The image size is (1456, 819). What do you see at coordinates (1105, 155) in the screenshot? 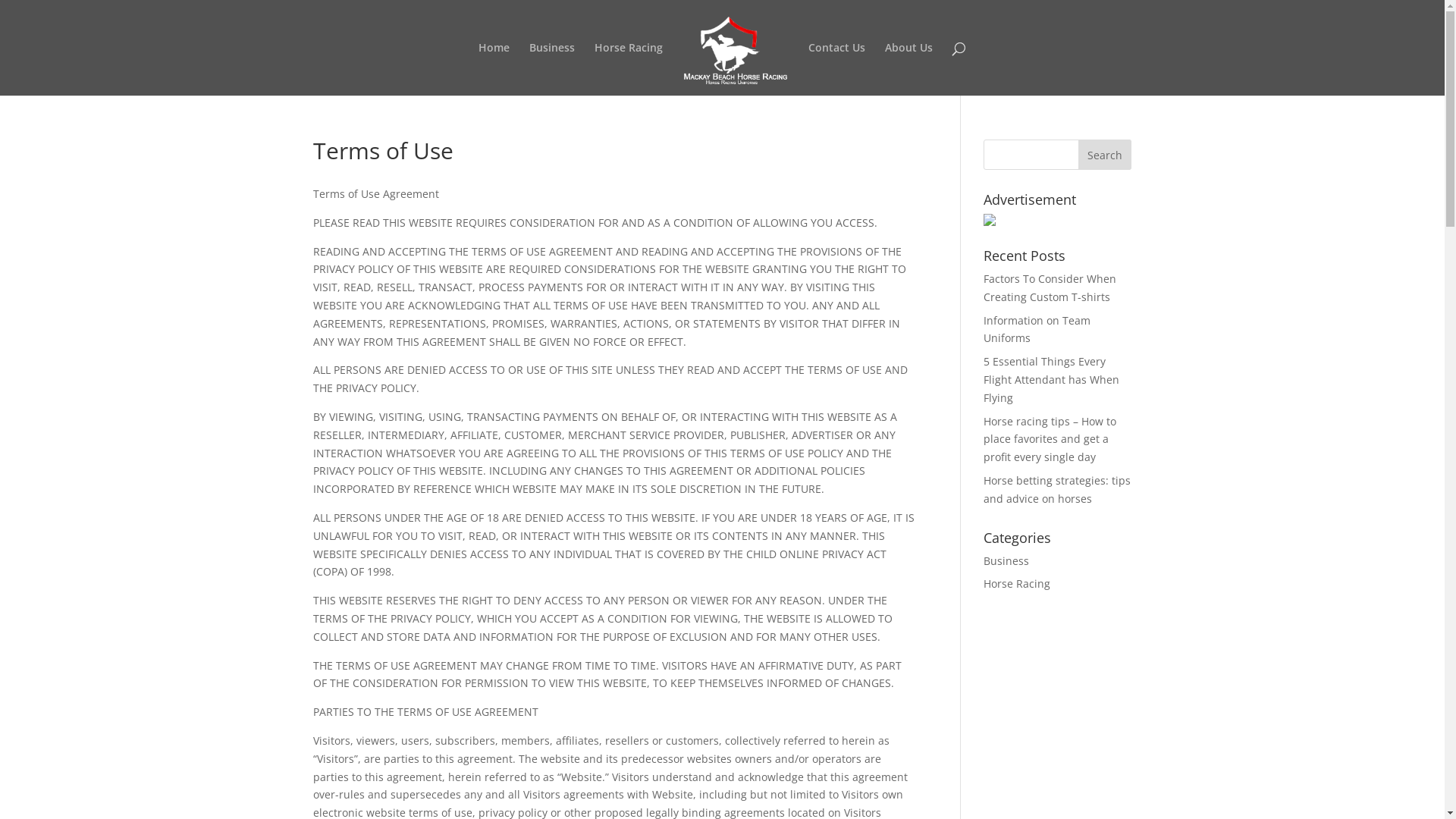
I see `'Search'` at bounding box center [1105, 155].